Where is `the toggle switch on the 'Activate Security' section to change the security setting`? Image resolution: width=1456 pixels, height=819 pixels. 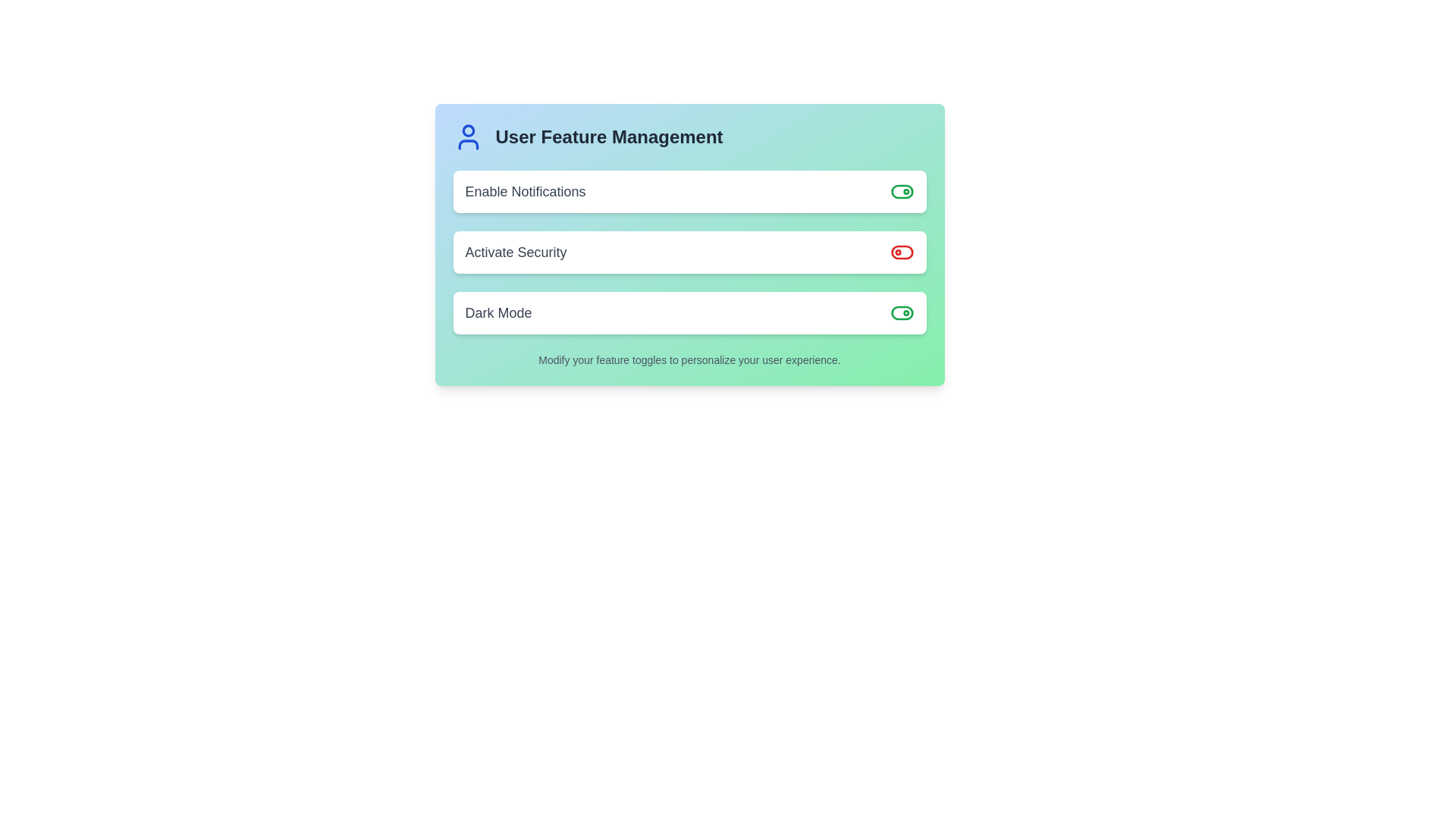 the toggle switch on the 'Activate Security' section to change the security setting is located at coordinates (689, 244).